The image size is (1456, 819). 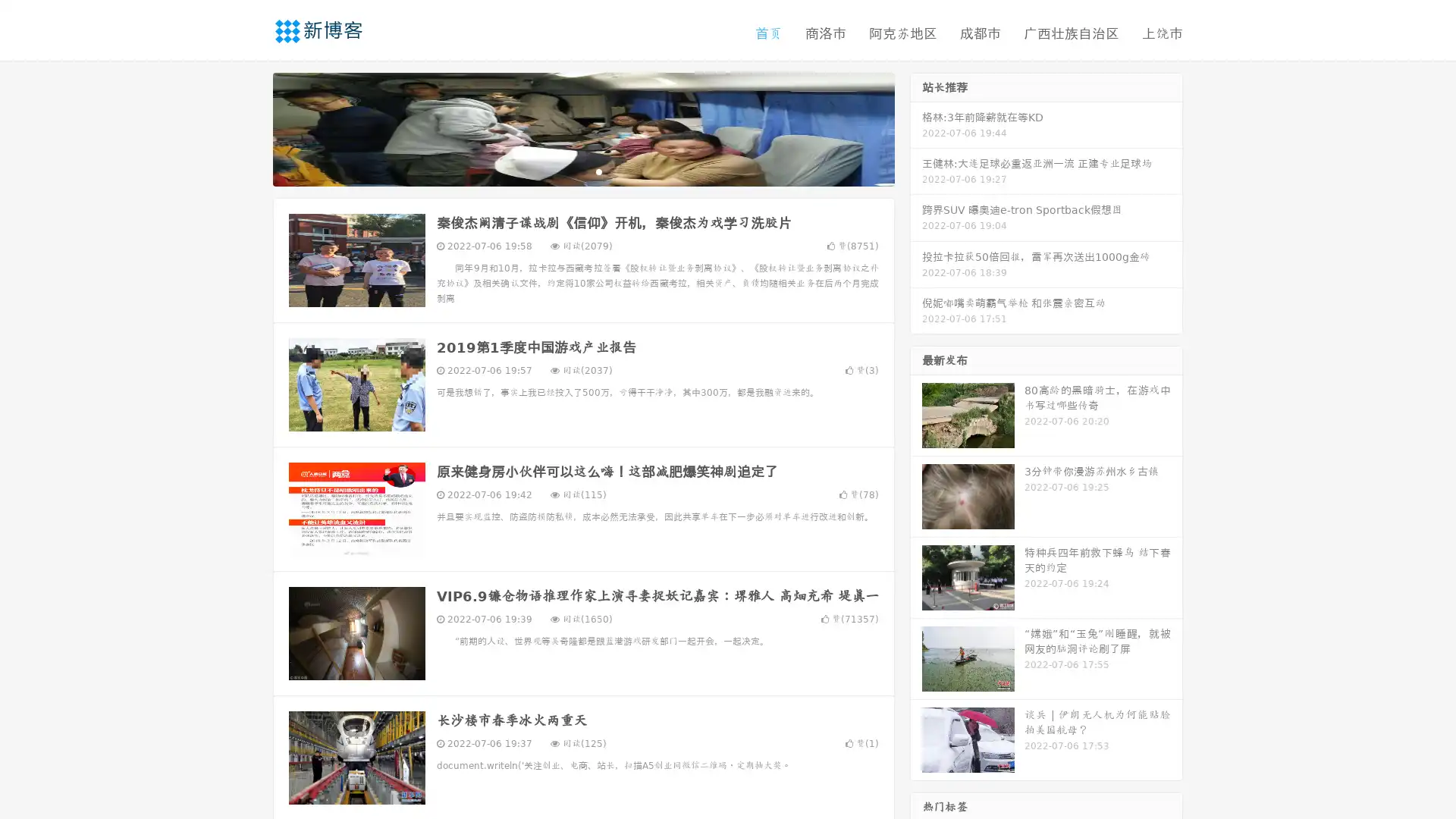 I want to click on Go to slide 3, so click(x=598, y=171).